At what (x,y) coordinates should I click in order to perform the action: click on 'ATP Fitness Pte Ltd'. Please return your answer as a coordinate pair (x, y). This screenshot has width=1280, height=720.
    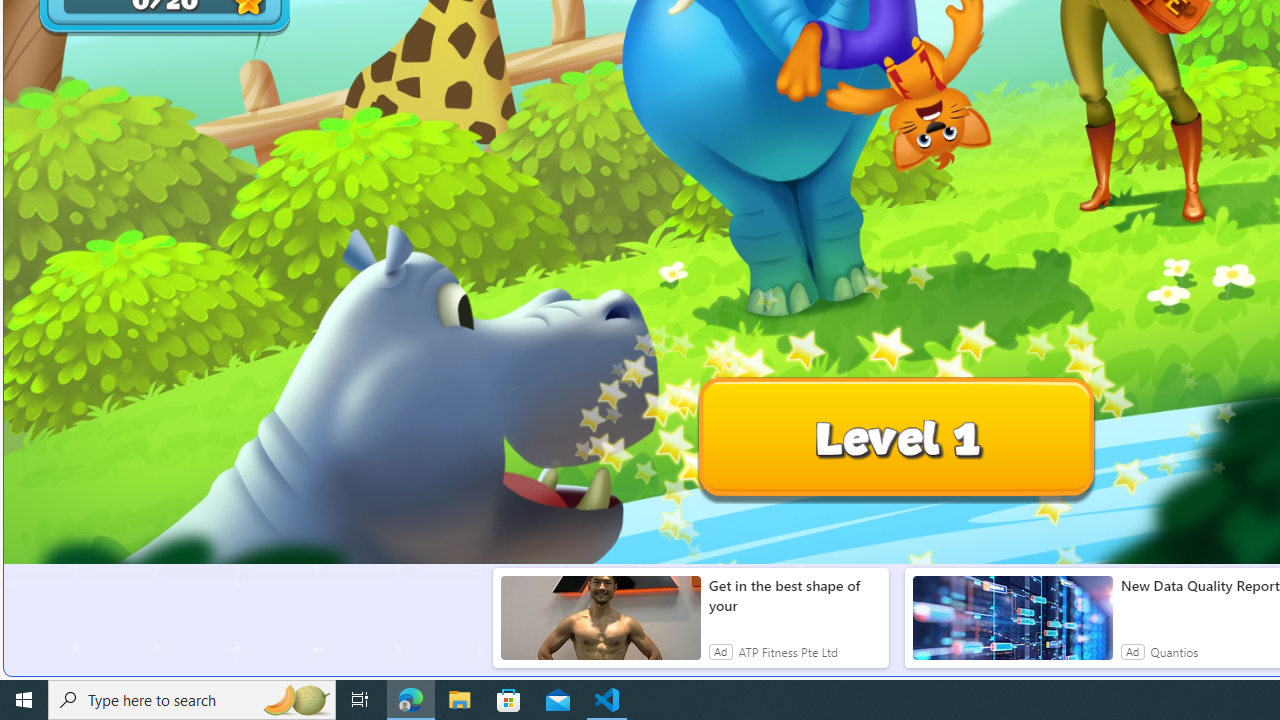
    Looking at the image, I should click on (787, 651).